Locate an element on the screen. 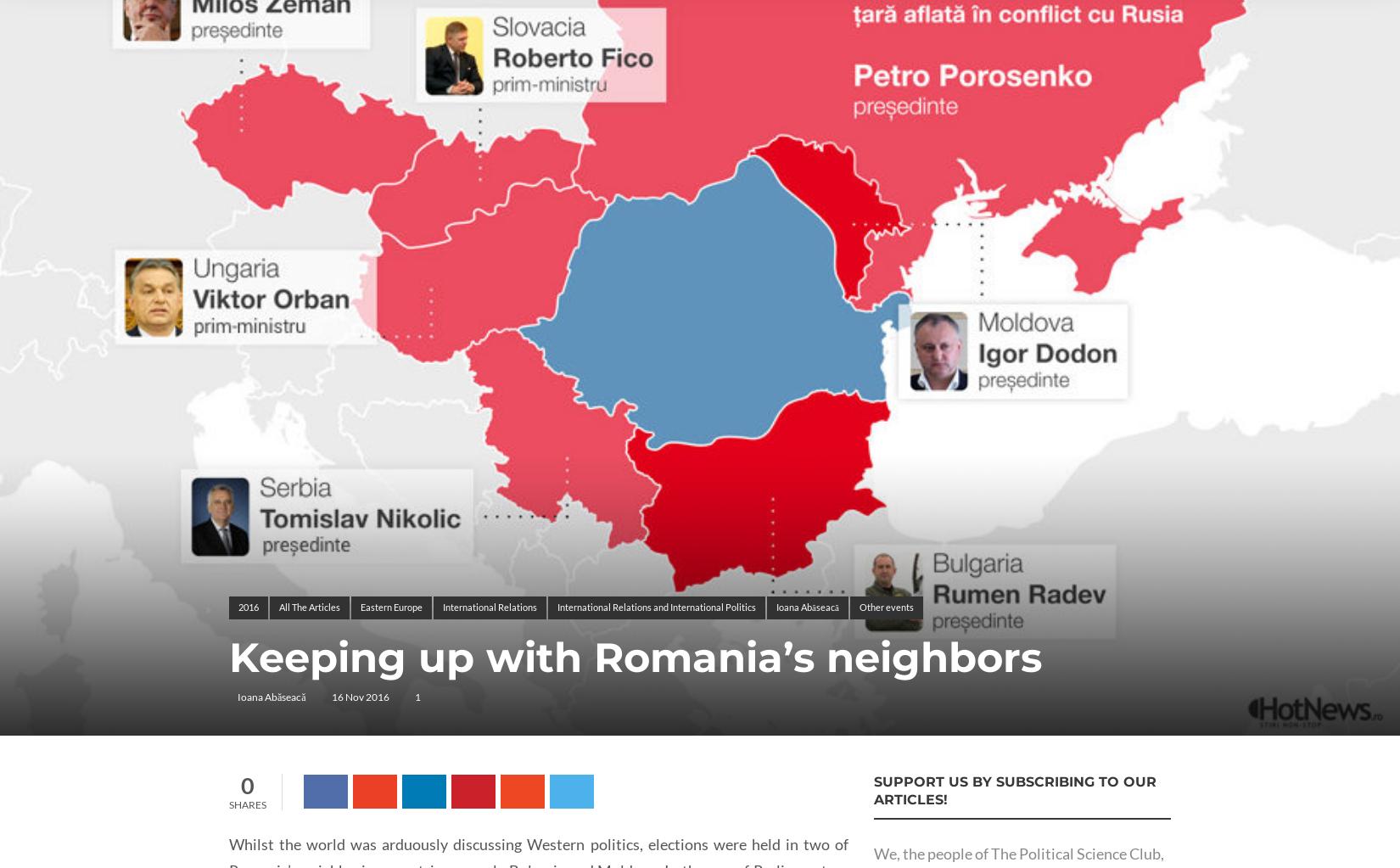 The height and width of the screenshot is (868, 1400). 'Eastern Europe' is located at coordinates (390, 606).